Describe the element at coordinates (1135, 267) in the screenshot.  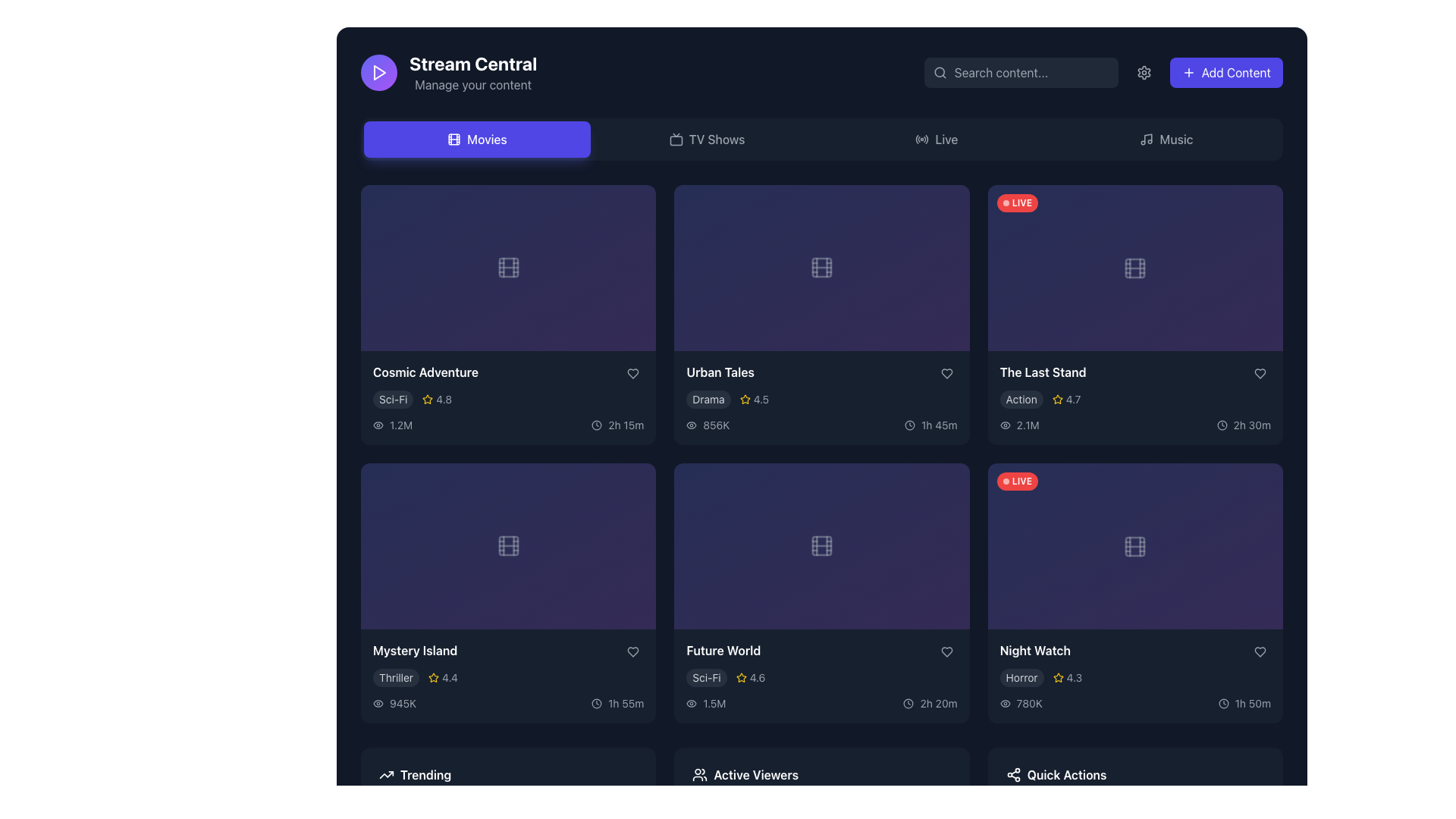
I see `the light-gray rounded rectangle in the top-right content card labeled 'The Last Stand' within the Movies section of the interface` at that location.